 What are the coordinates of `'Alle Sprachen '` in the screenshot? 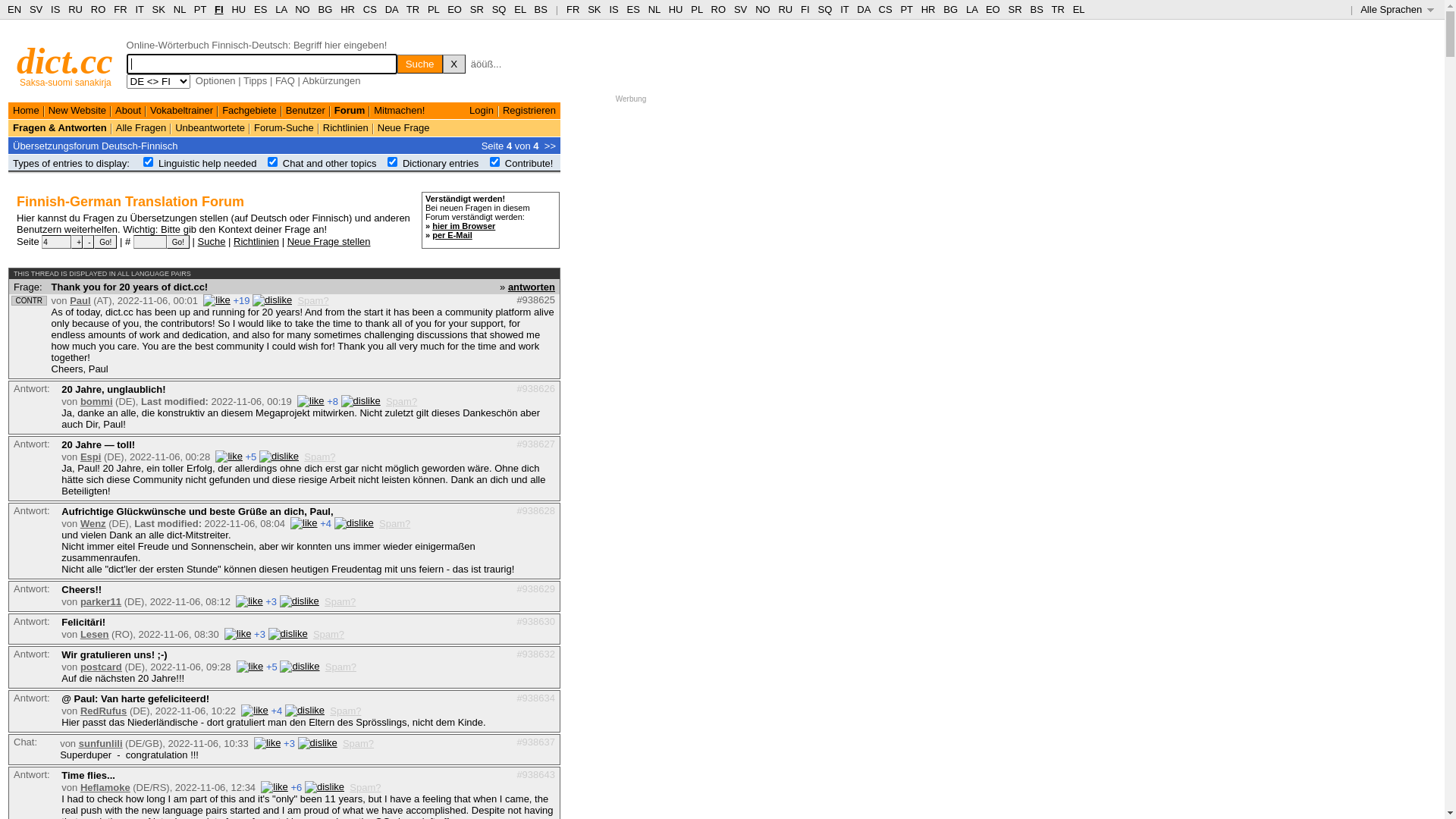 It's located at (1396, 9).